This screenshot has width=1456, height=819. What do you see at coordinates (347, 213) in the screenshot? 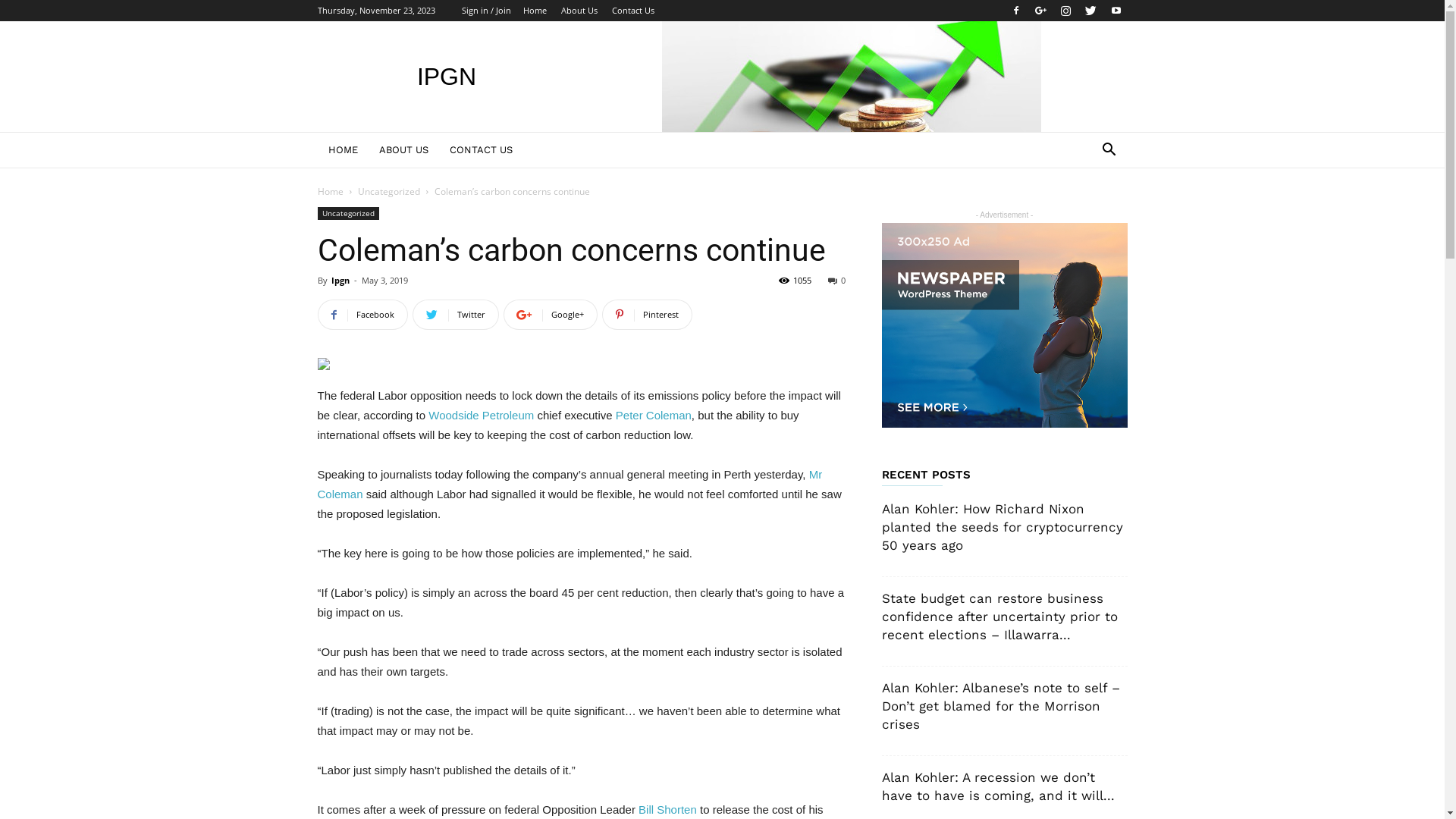
I see `'Uncategorized'` at bounding box center [347, 213].